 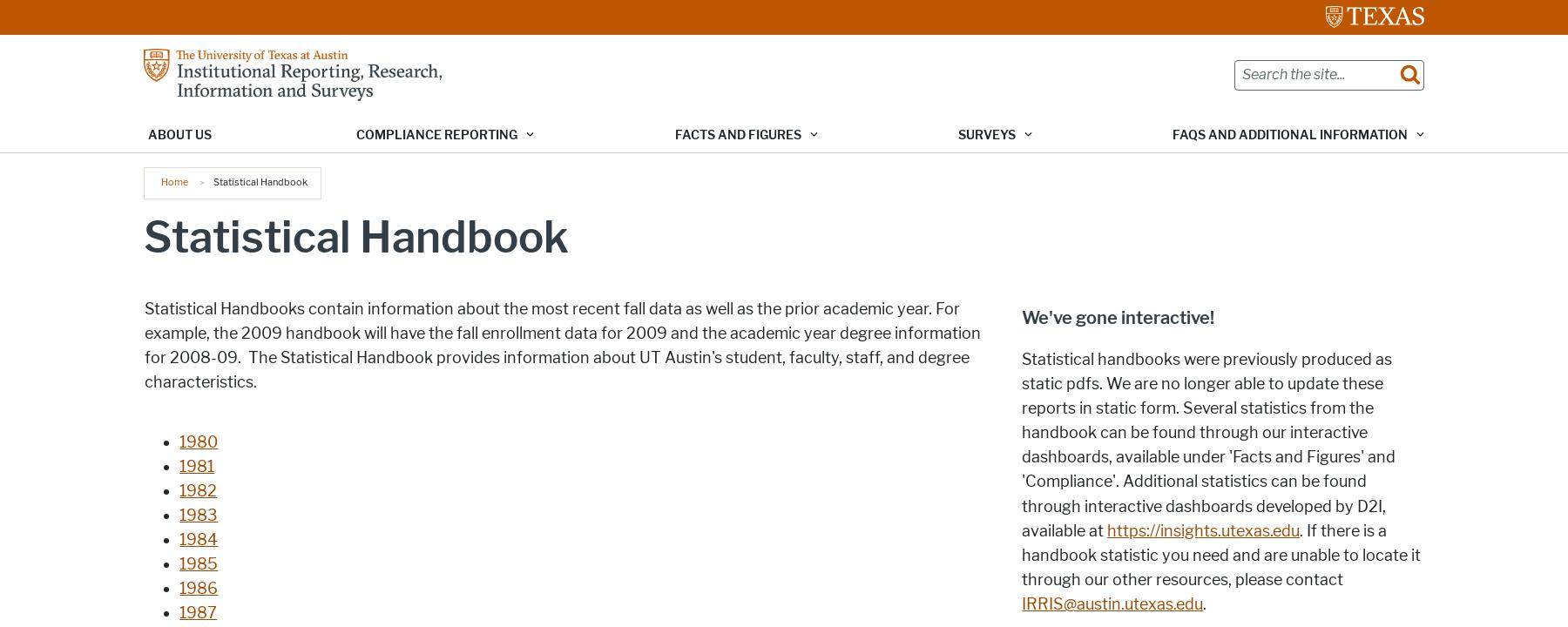 What do you see at coordinates (563, 346) in the screenshot?
I see `'Statistical Handbooks contain information about the most recent fall data as well as the prior academic year. For example, the 2009 handbook will have the fall enrollment data for 2009 and the academic year degree information for 2008-09.  The Statistical Handbook provides information about UT Austin's student, faculty, staff, and degree characteristics.'` at bounding box center [563, 346].